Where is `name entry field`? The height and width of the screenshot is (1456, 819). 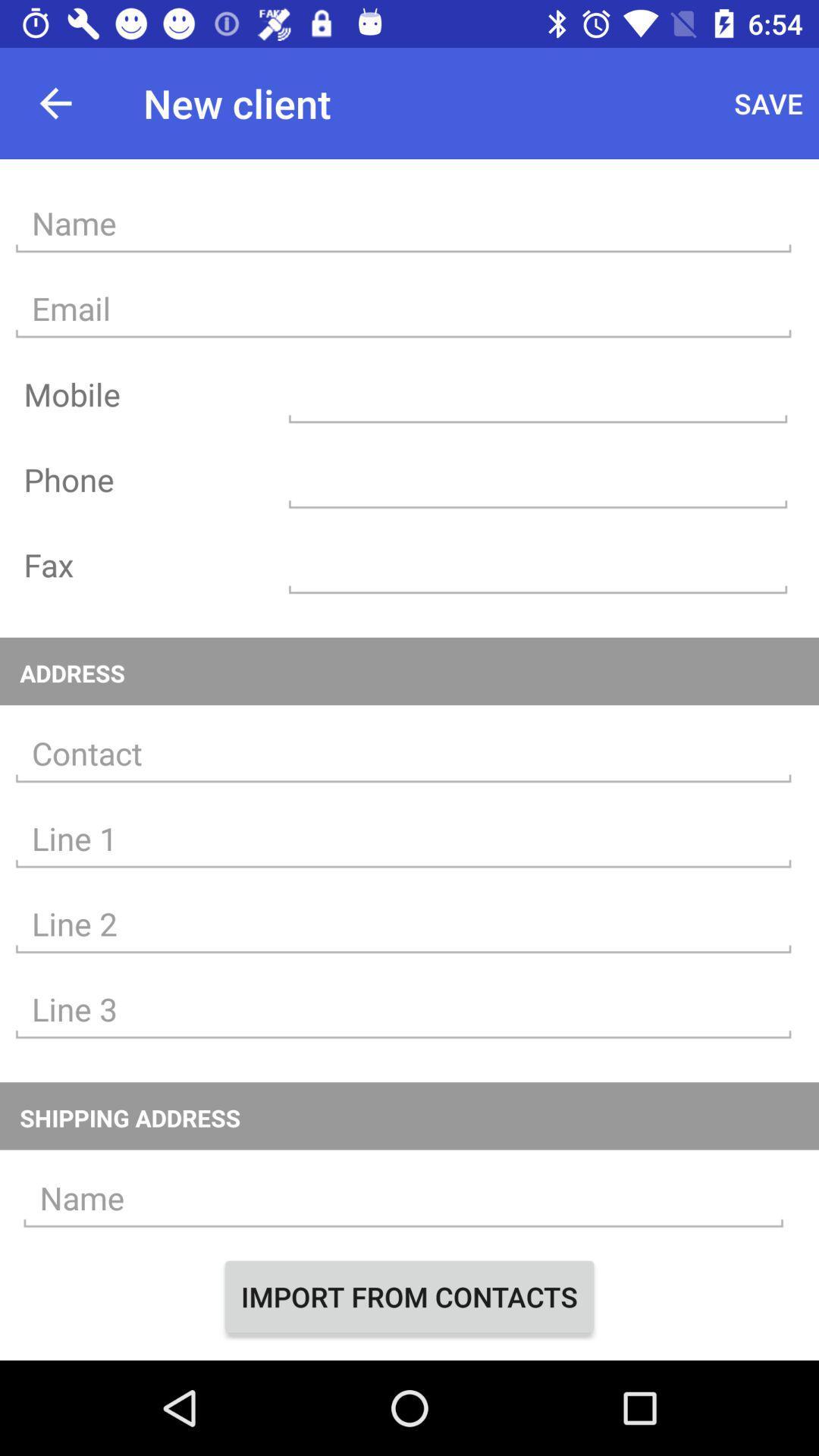
name entry field is located at coordinates (403, 223).